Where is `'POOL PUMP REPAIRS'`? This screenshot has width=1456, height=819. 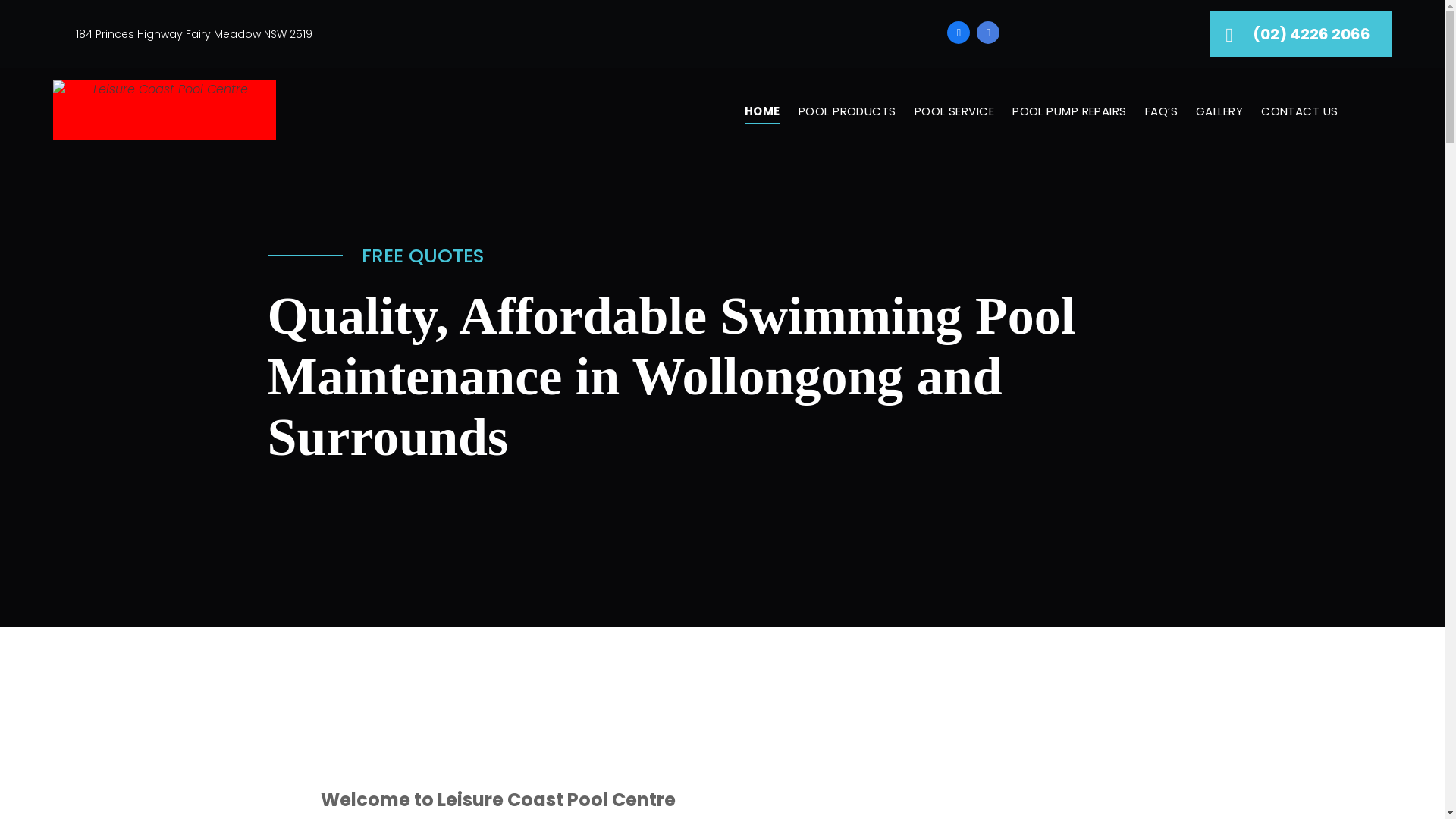 'POOL PUMP REPAIRS' is located at coordinates (1068, 111).